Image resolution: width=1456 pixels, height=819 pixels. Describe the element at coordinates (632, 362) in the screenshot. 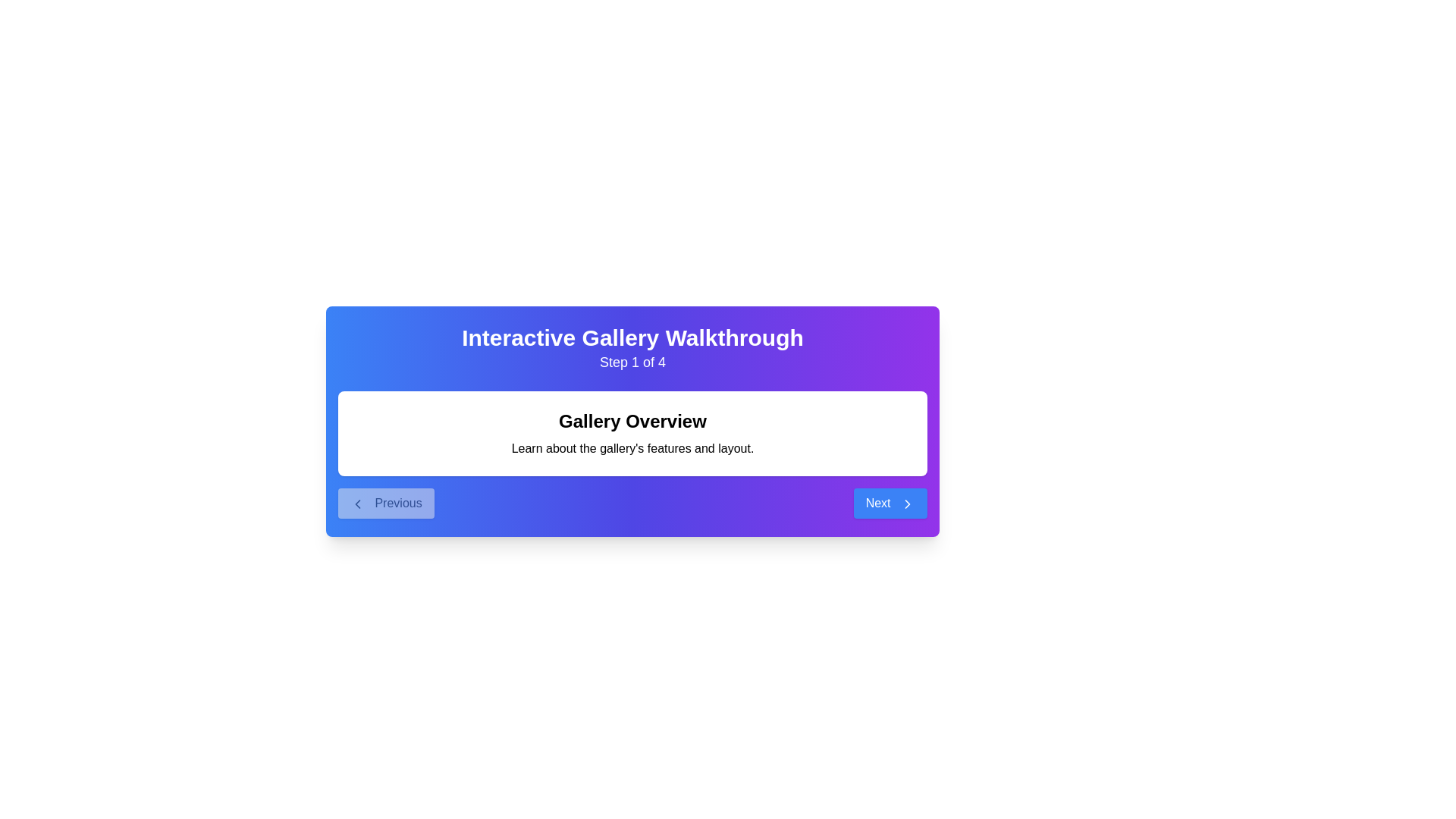

I see `text content of the Text Label displaying 'Step 1 of 4', which is positioned below the main heading 'Interactive Gallery Walkthrough'` at that location.